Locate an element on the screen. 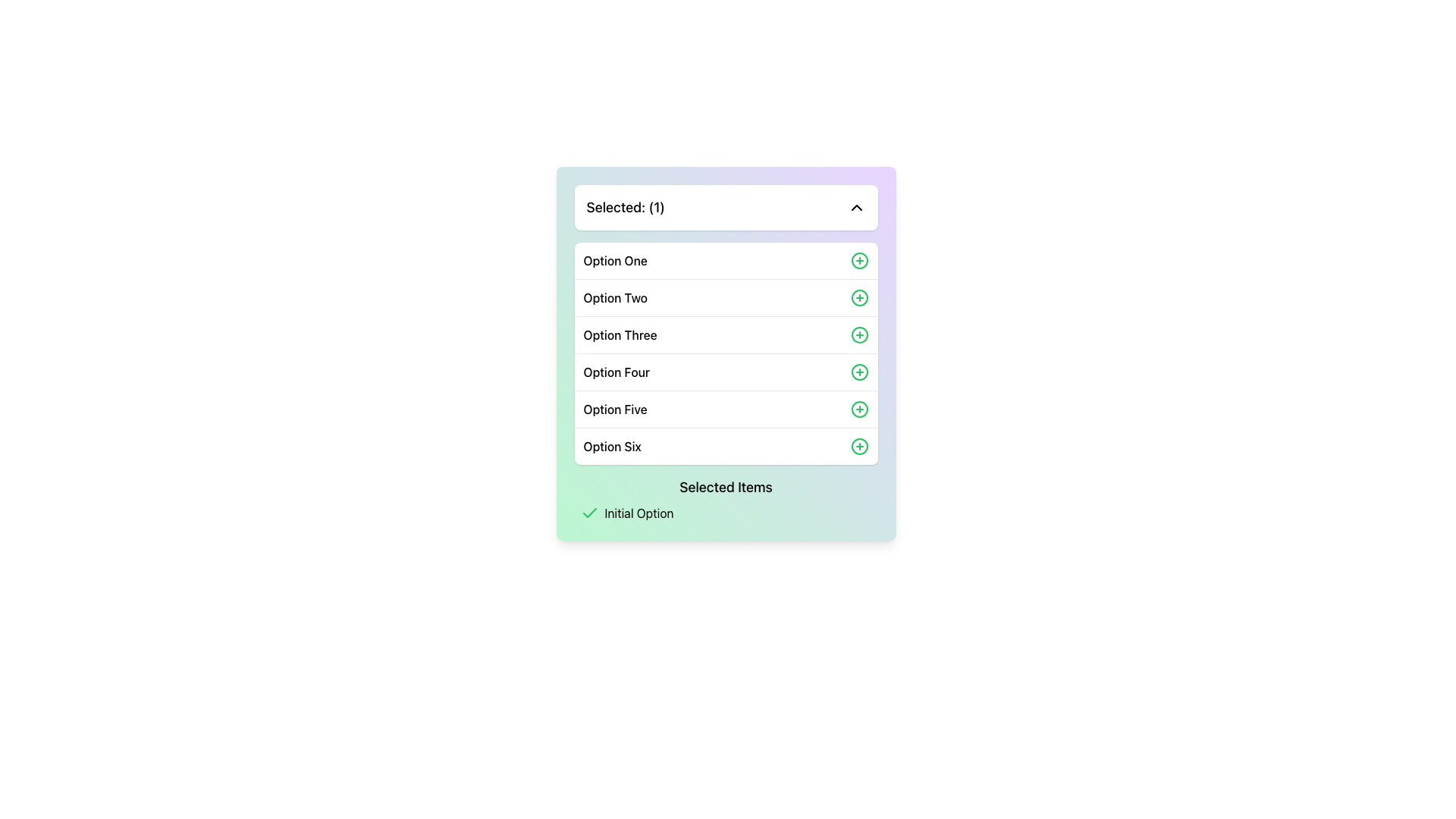  the surrounding row of the text label 'Option One' is located at coordinates (615, 259).